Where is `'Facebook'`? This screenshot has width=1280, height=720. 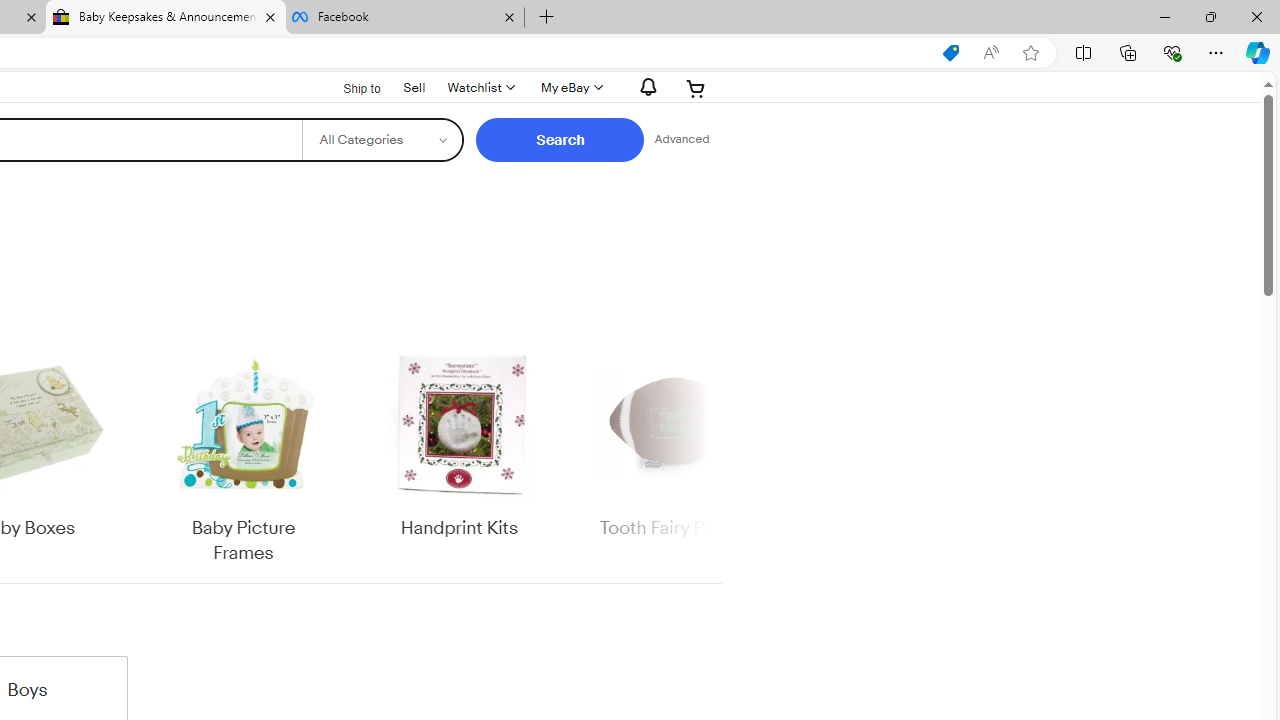
'Facebook' is located at coordinates (403, 17).